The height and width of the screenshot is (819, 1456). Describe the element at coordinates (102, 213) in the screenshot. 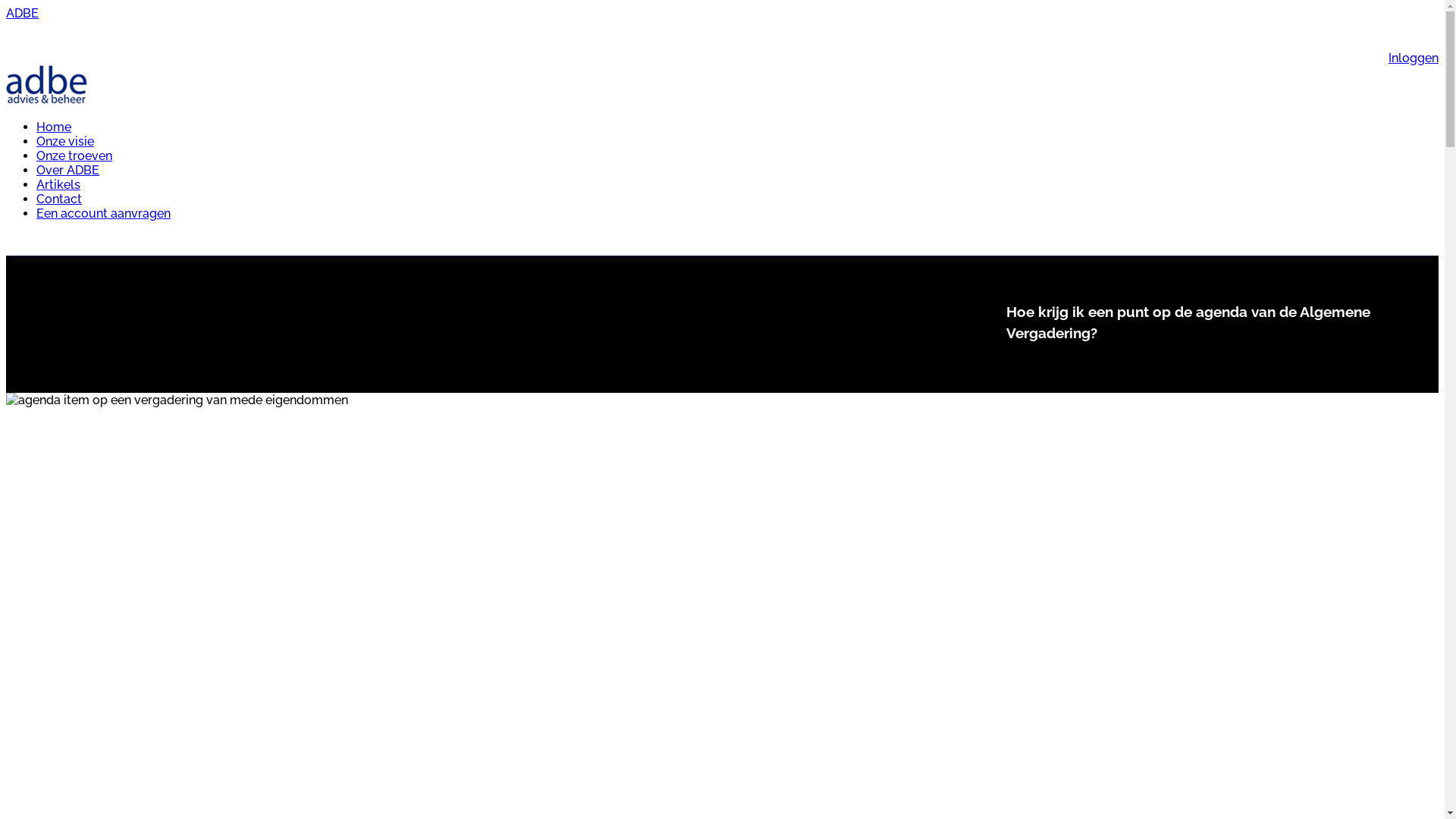

I see `'Een account aanvragen'` at that location.